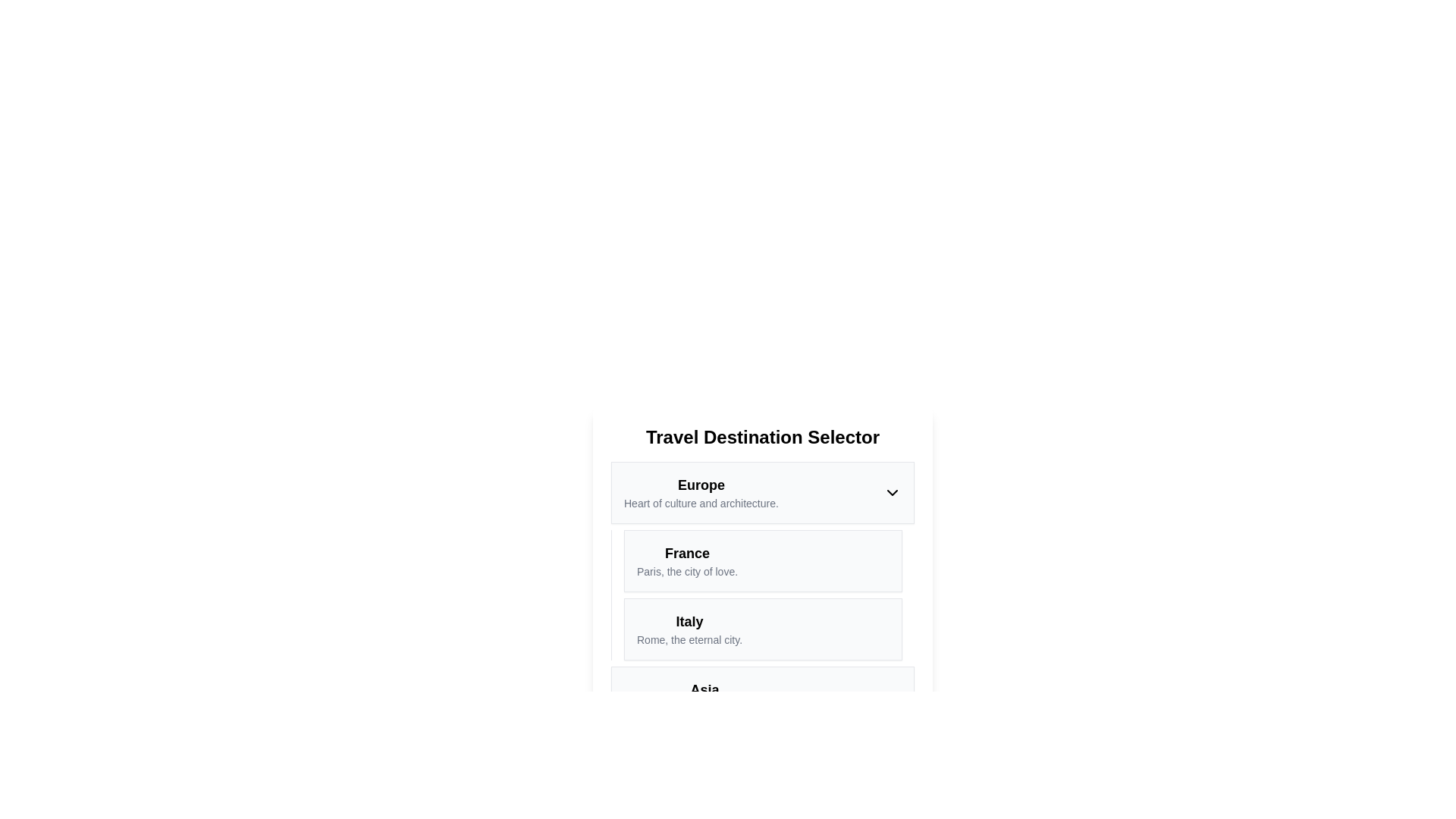 This screenshot has height=819, width=1456. What do you see at coordinates (686, 553) in the screenshot?
I see `the bold text element displaying 'France' in the travel destination selector interface, which is centrally aligned and positioned under the 'Europe' section` at bounding box center [686, 553].